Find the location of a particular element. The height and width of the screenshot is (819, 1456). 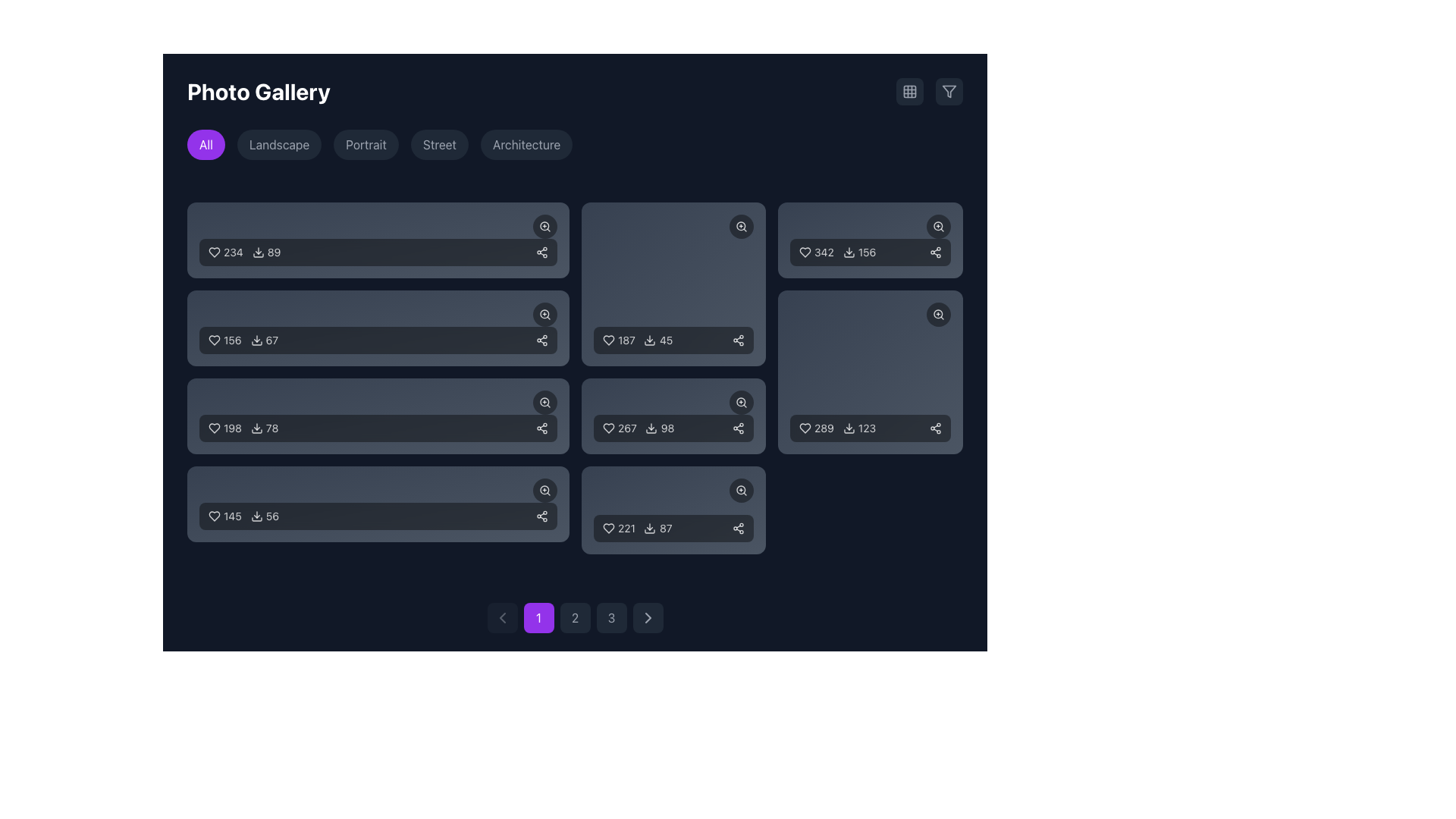

the interactive counter displaying the number '67' next to a download icon to change its color is located at coordinates (264, 339).